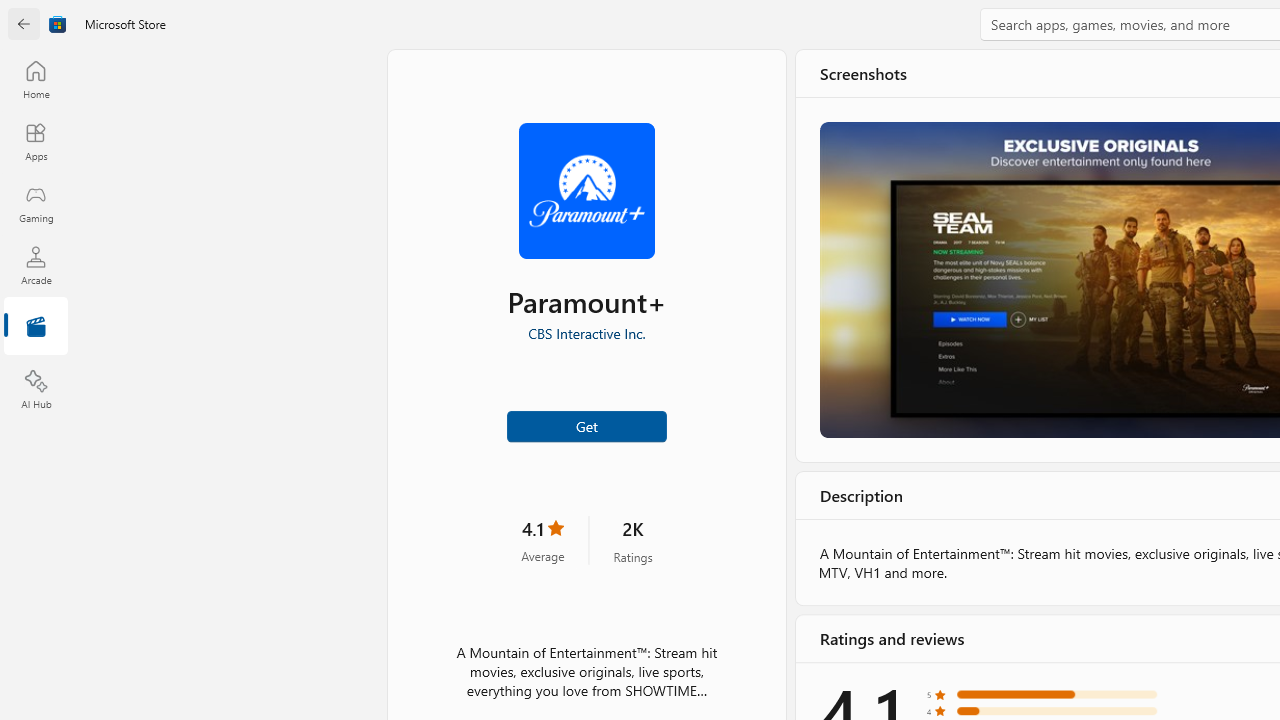 This screenshot has height=720, width=1280. I want to click on 'Home', so click(35, 78).